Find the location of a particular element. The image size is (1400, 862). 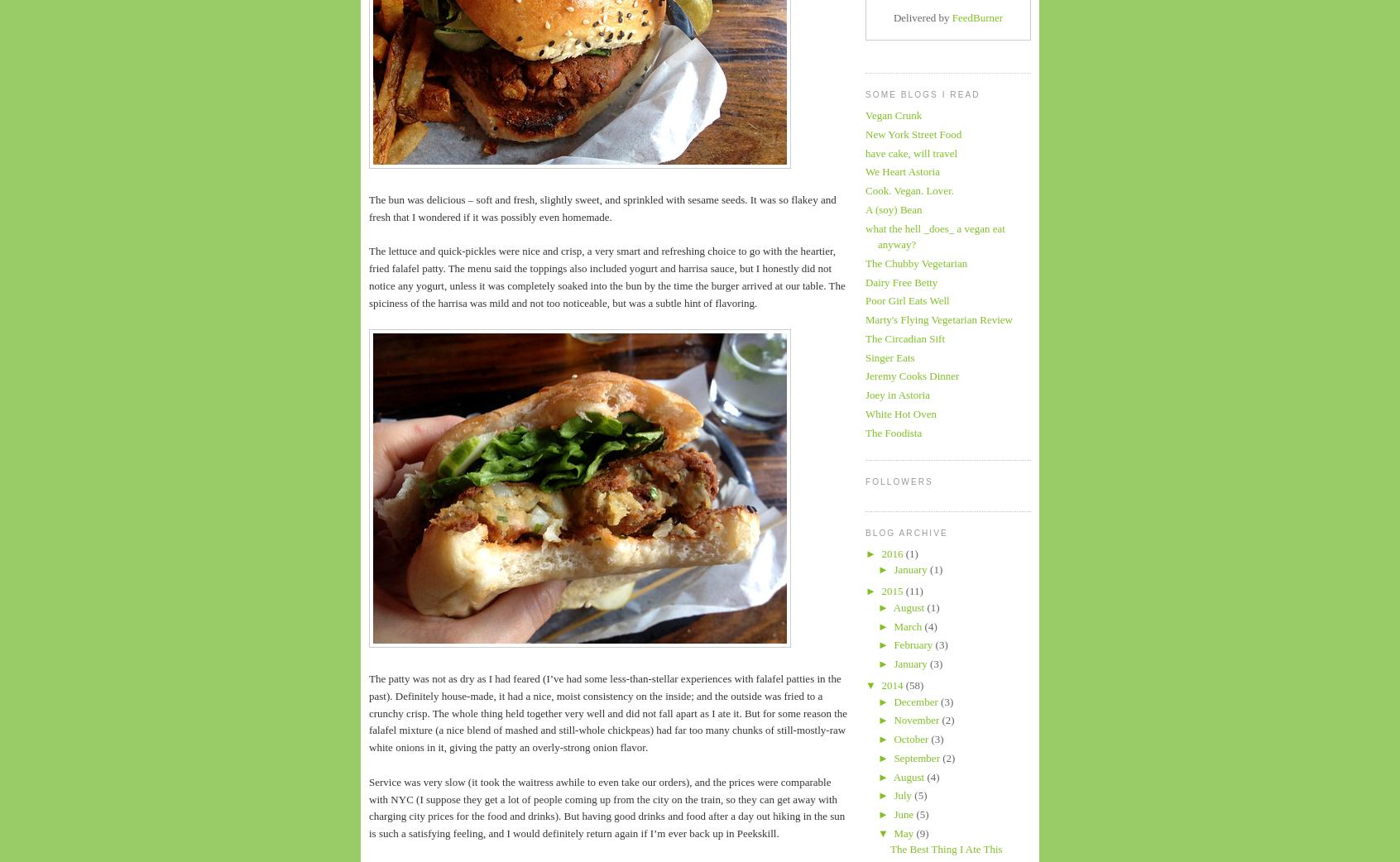

'New York Street Food' is located at coordinates (913, 133).